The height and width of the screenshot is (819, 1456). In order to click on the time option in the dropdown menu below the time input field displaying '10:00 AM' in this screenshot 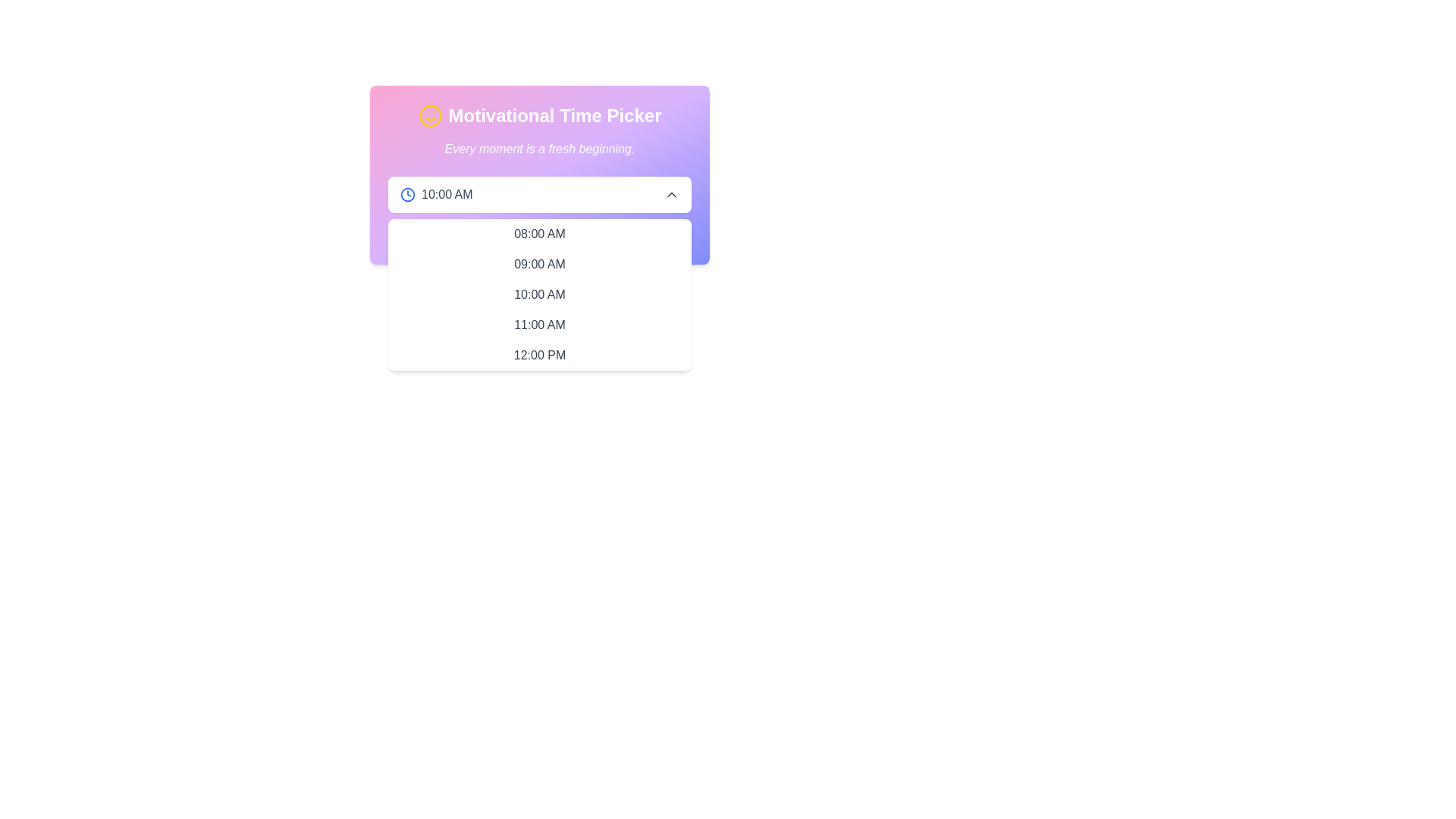, I will do `click(539, 295)`.